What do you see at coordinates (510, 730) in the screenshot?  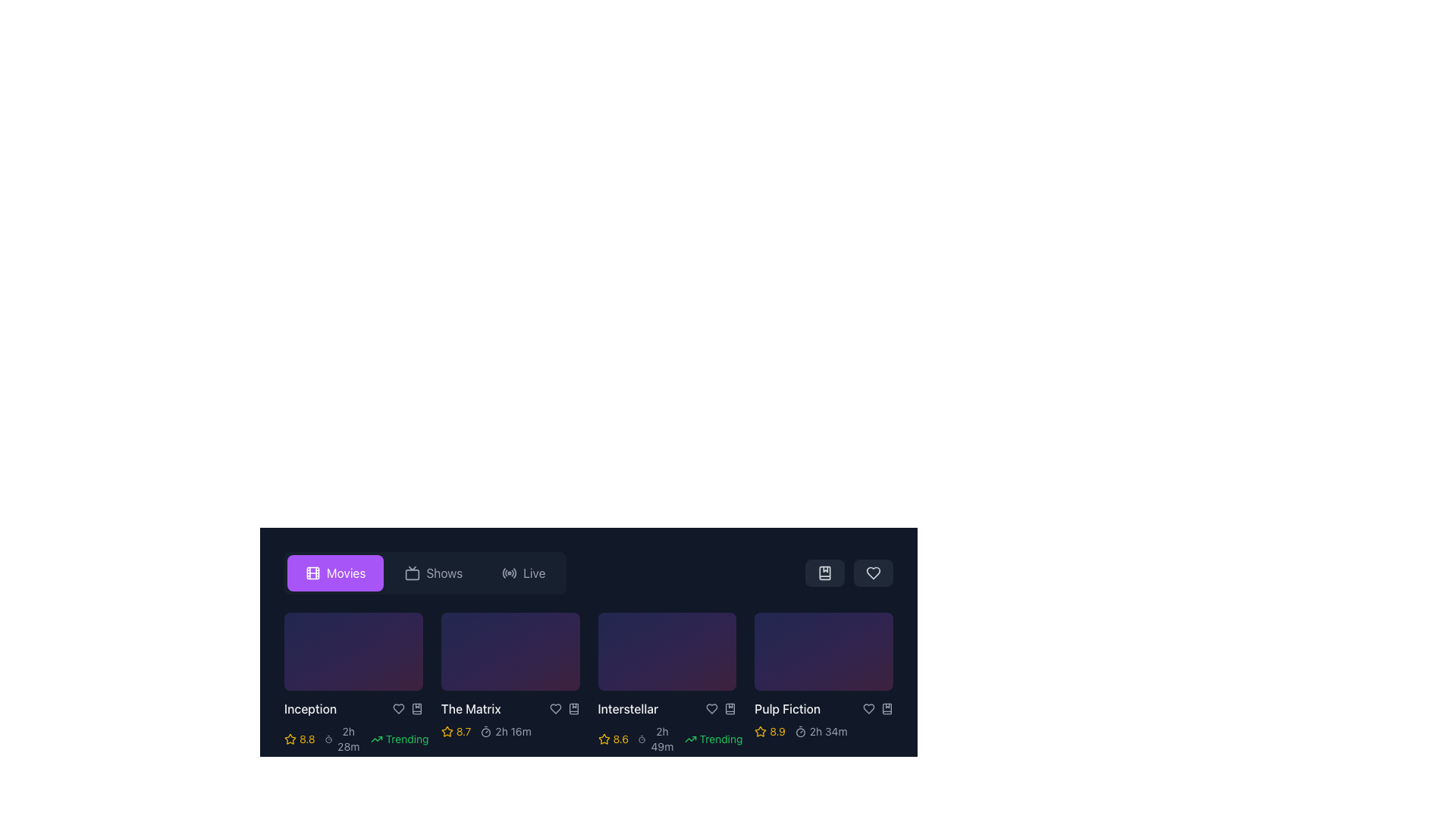 I see `the static text displaying '2h 16m', which is styled in light gray color and located below the title 'The Matrix' and adjacent to a timer icon` at bounding box center [510, 730].